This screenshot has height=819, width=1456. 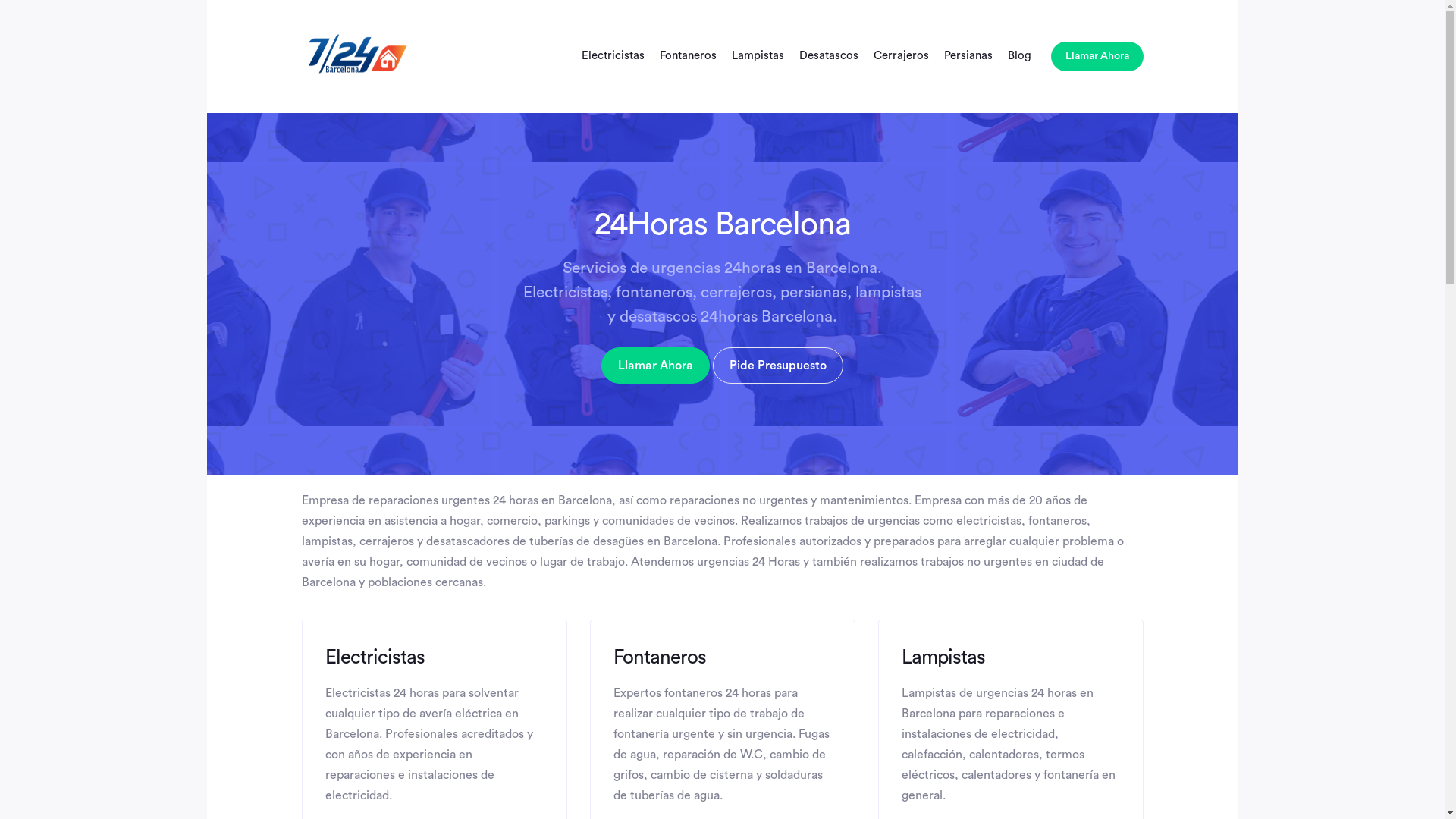 I want to click on 'Blog', so click(x=1018, y=55).